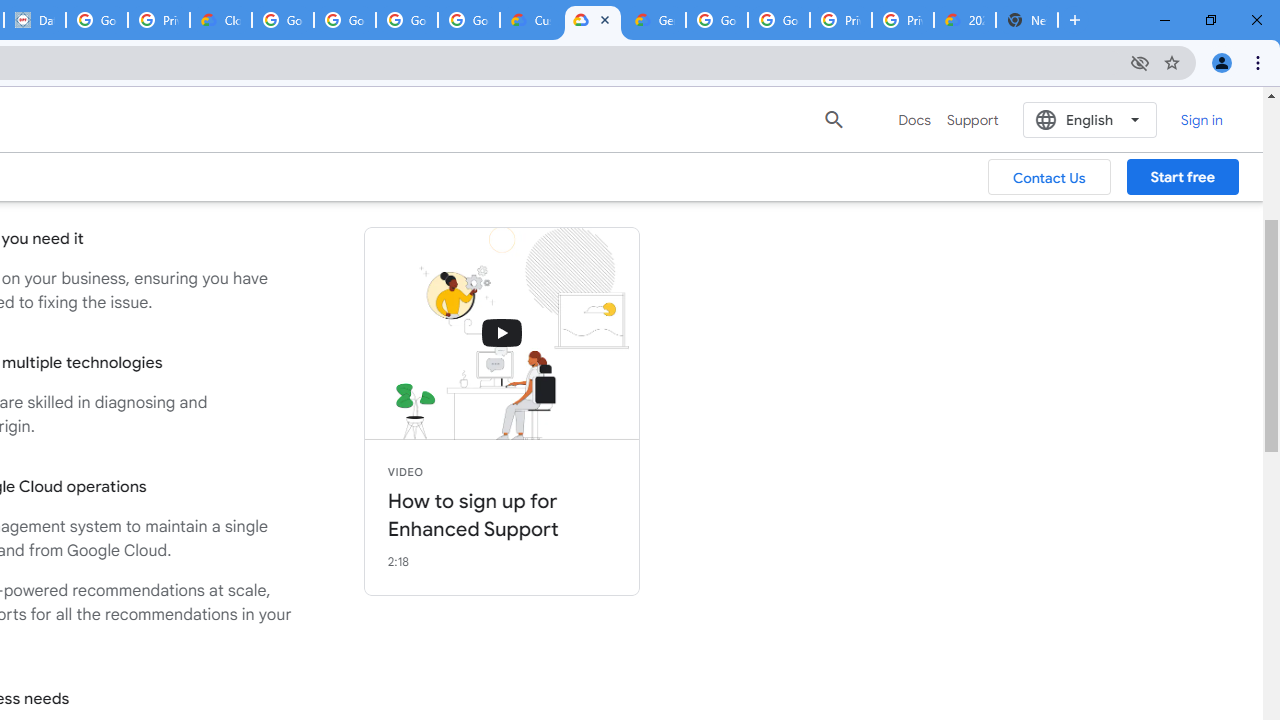 This screenshot has height=720, width=1280. What do you see at coordinates (406, 20) in the screenshot?
I see `'Google Workspace - Specific Terms'` at bounding box center [406, 20].